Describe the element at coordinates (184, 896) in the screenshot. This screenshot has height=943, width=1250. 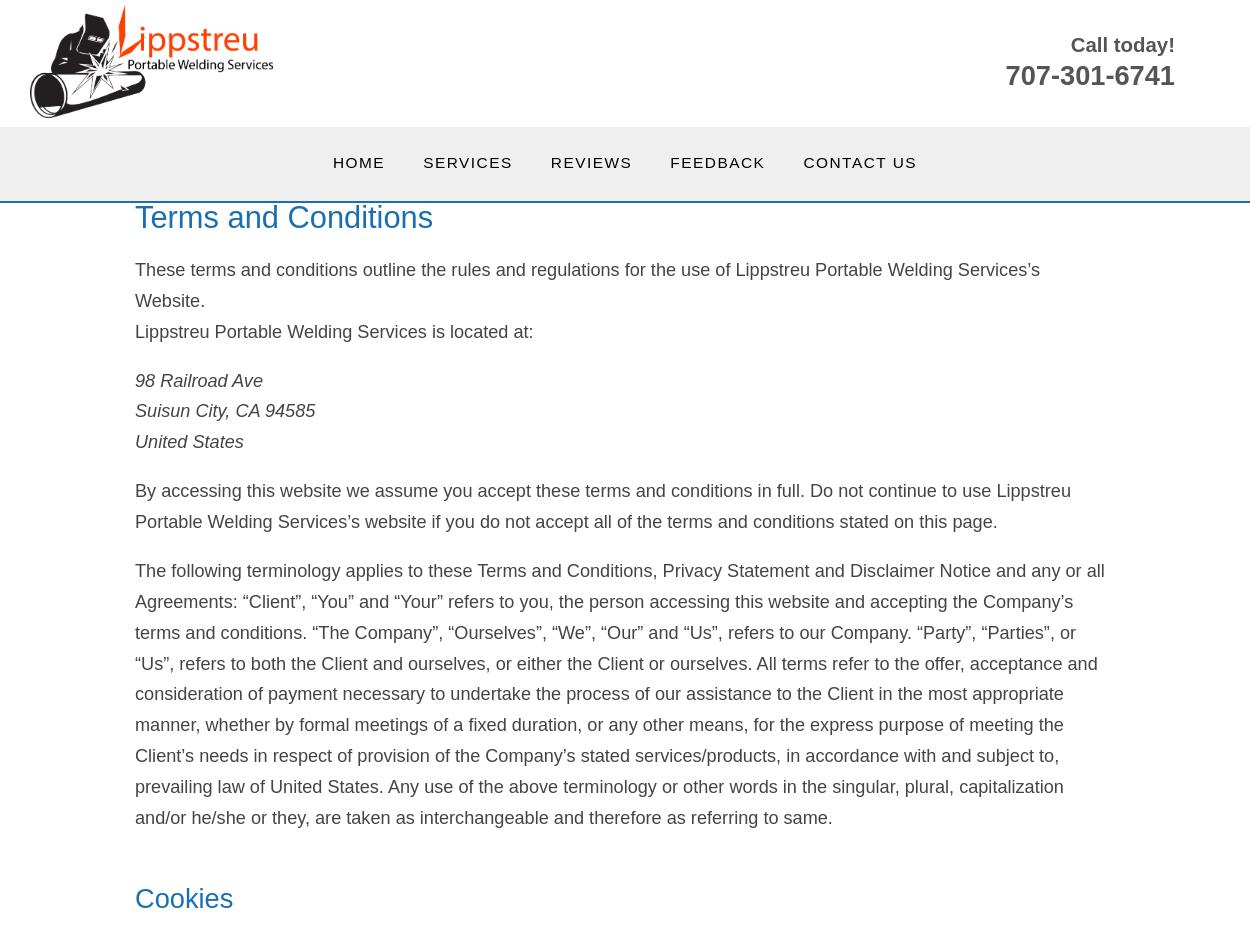
I see `'Cookies'` at that location.